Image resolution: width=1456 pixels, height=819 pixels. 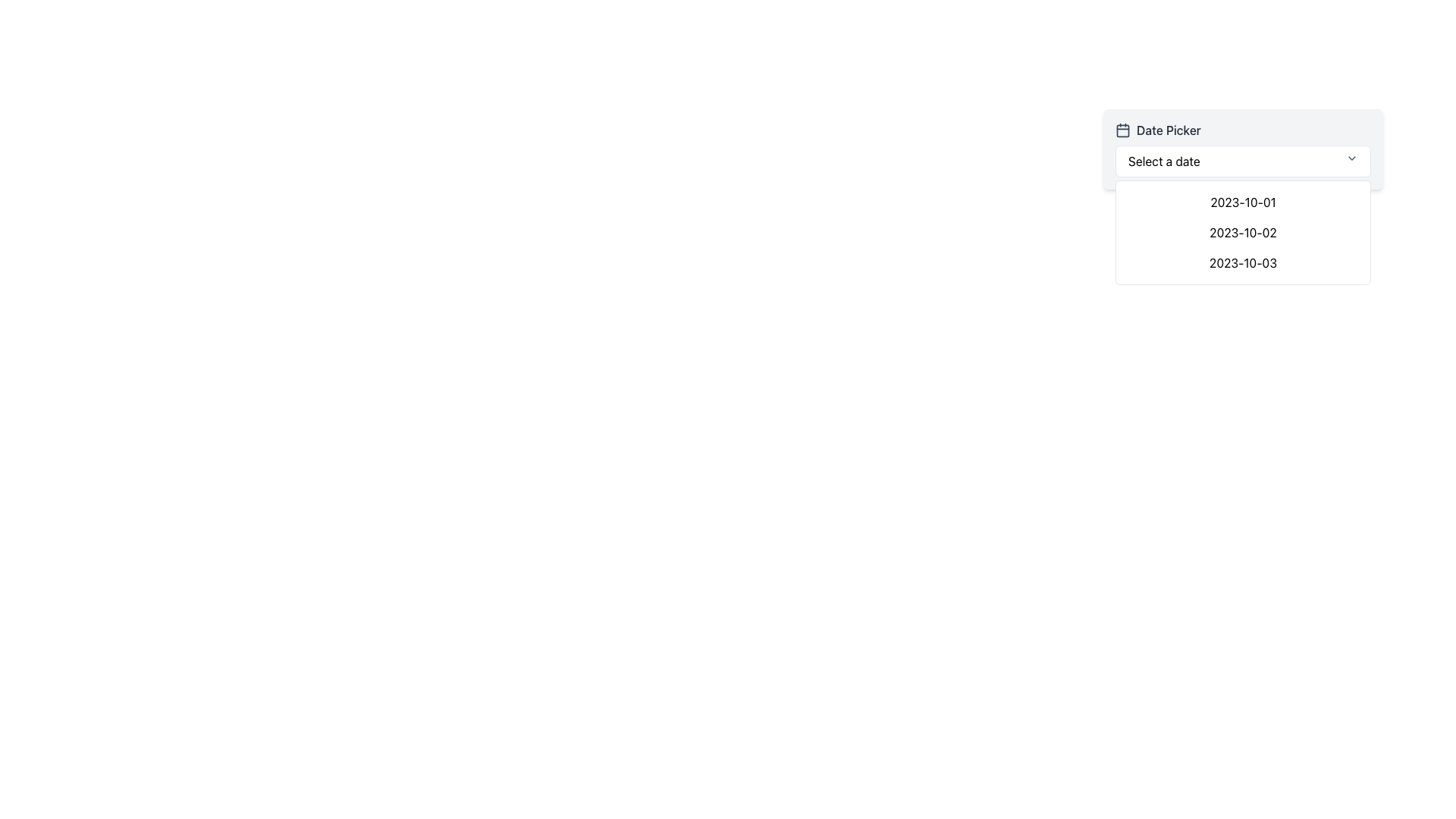 I want to click on the text label that allows users to select the date '2023-10-02' in the date picker dropdown, which is the second item in a vertically stacked list of three dates, so click(x=1243, y=233).